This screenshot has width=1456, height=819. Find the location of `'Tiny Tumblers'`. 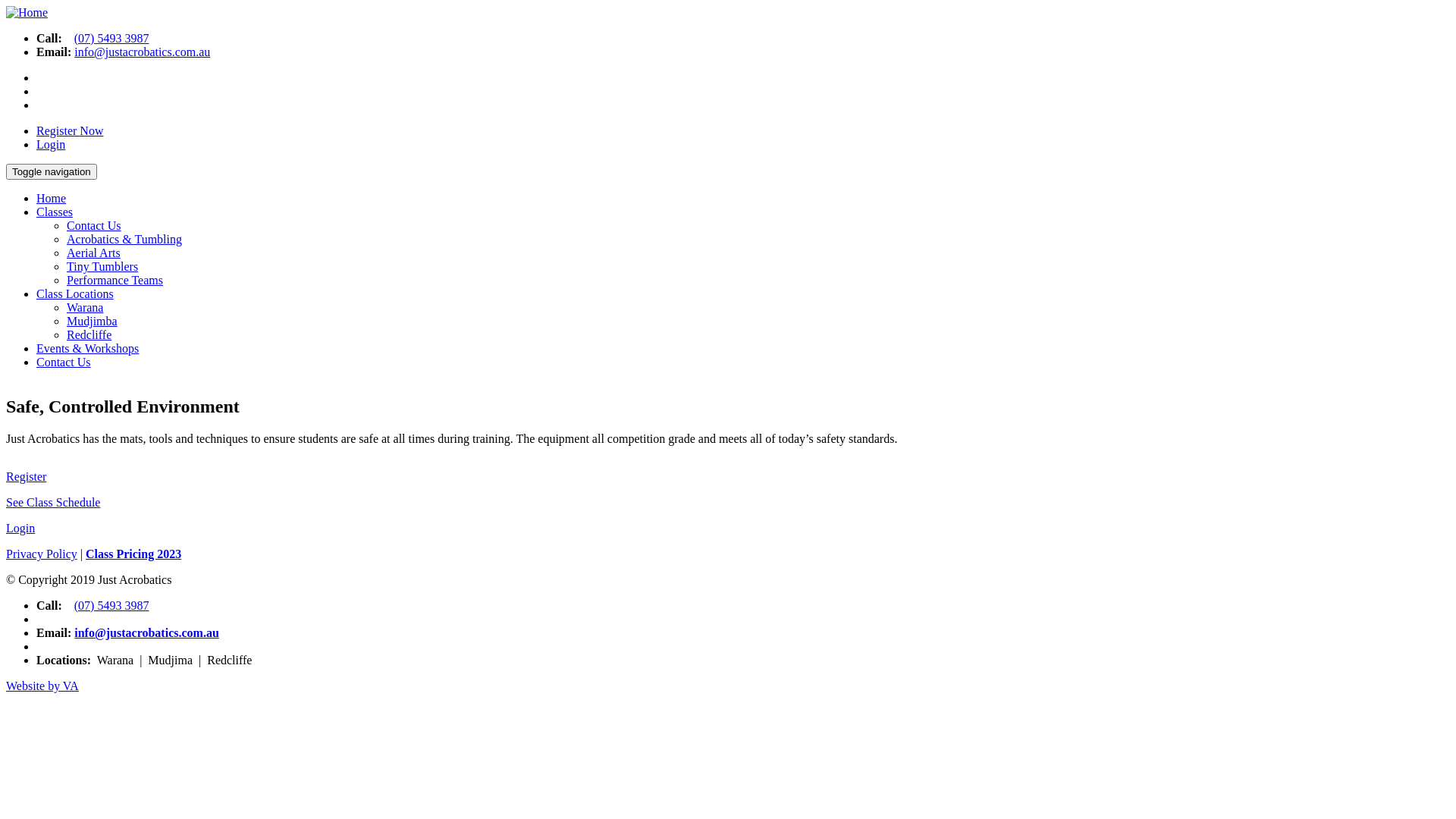

'Tiny Tumblers' is located at coordinates (65, 265).